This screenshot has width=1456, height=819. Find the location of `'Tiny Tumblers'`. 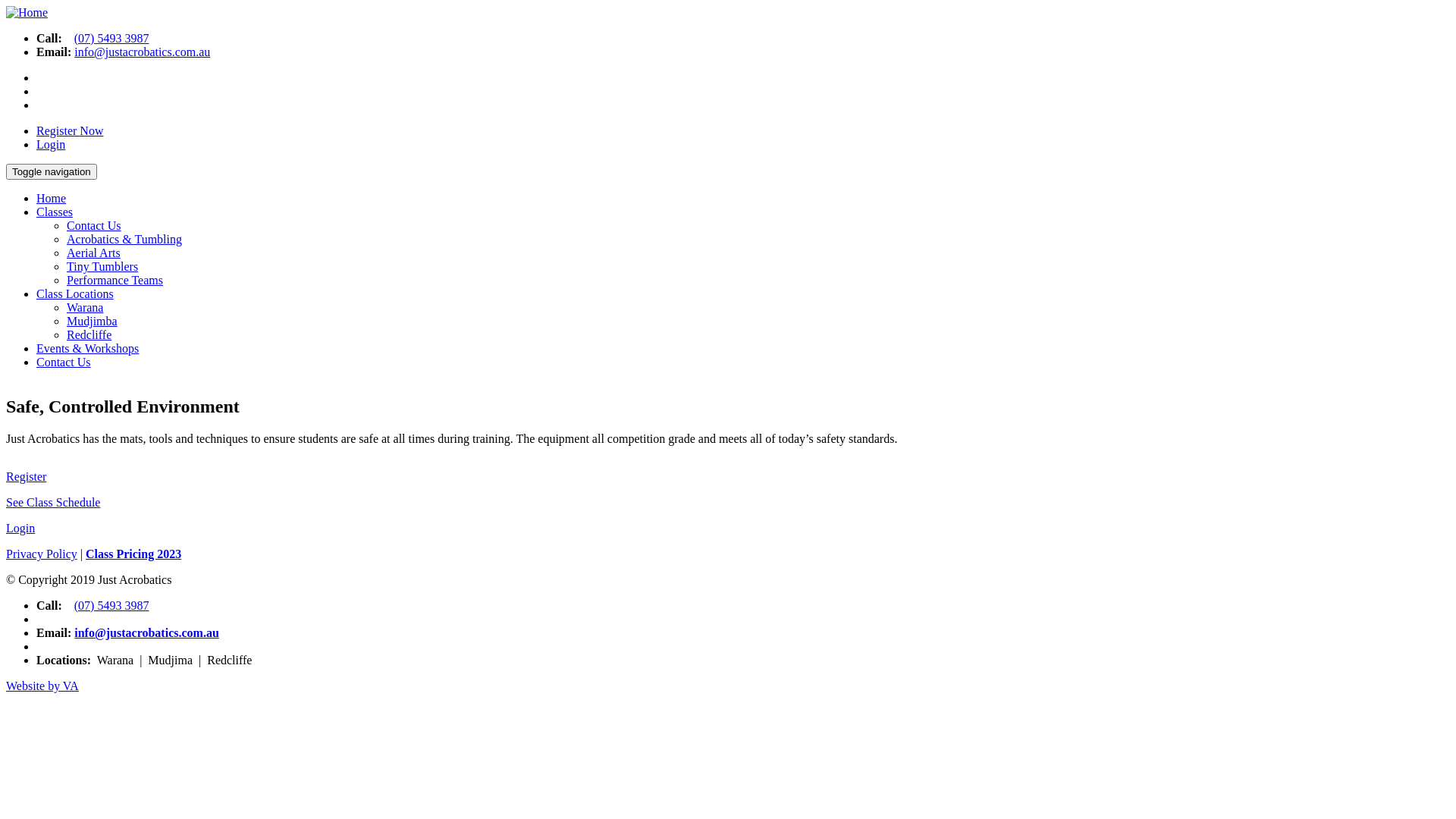

'Tiny Tumblers' is located at coordinates (65, 265).